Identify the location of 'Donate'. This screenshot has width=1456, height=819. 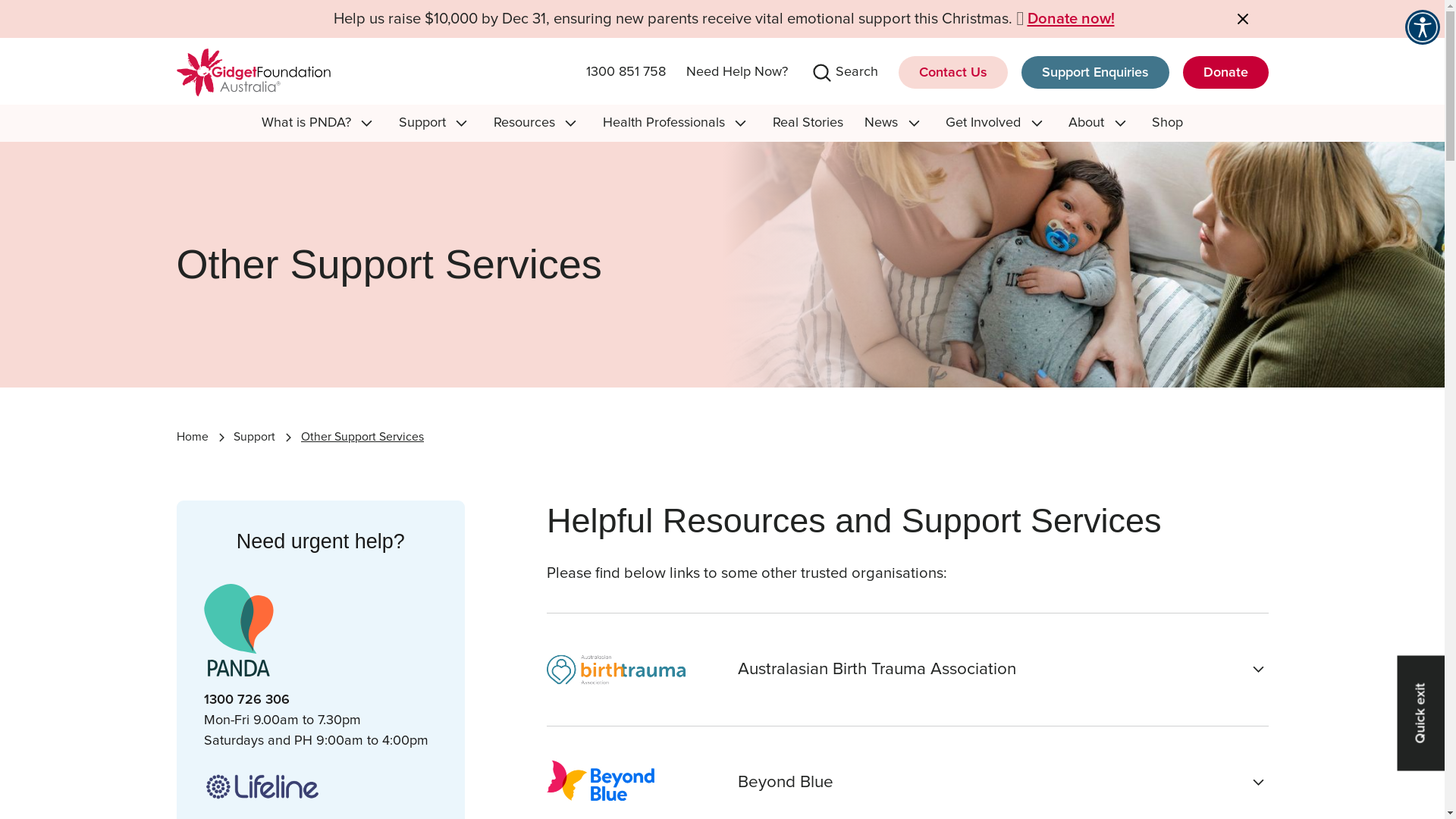
(1182, 72).